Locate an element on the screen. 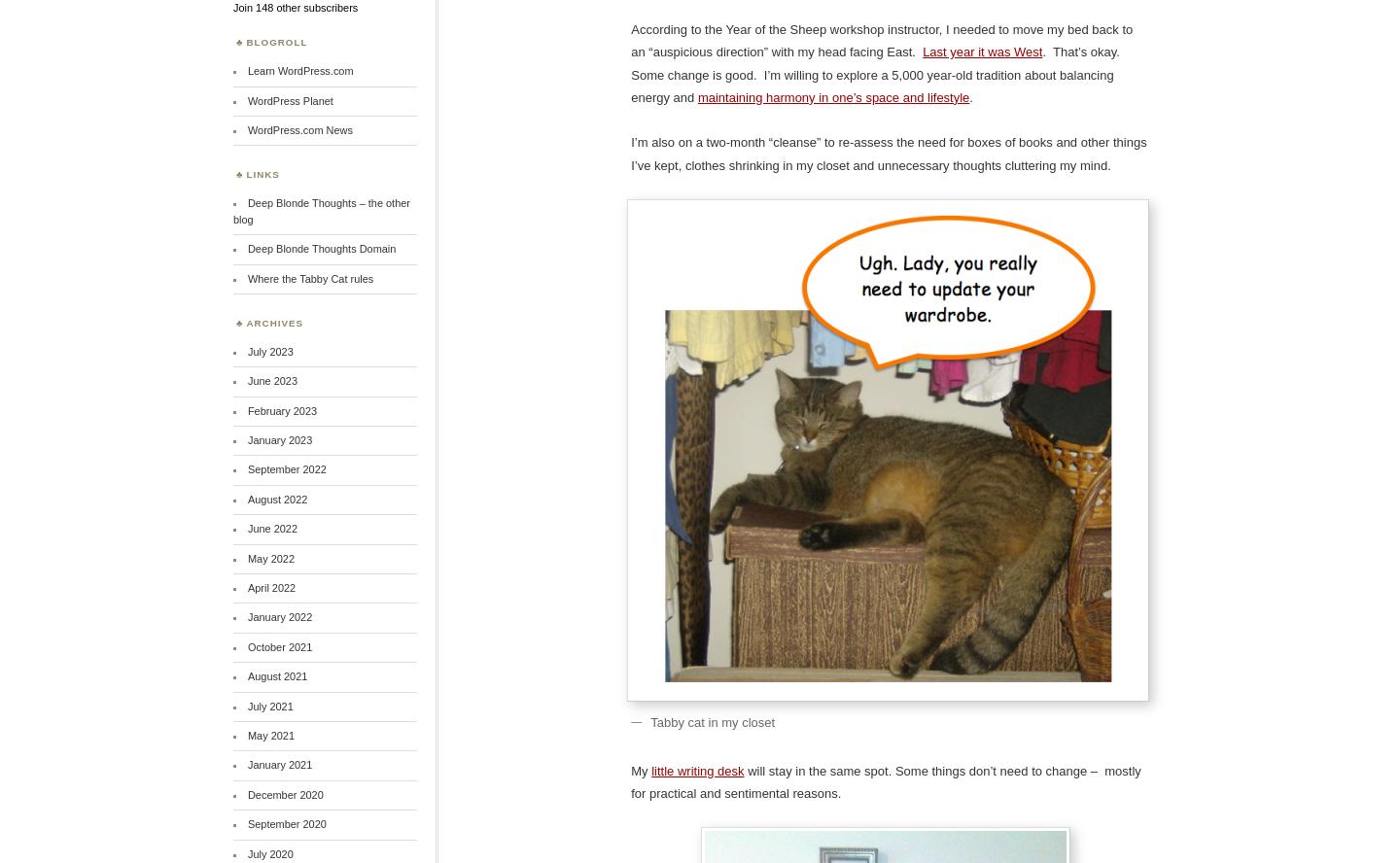 This screenshot has height=863, width=1400. 'Last year it was West' is located at coordinates (981, 52).